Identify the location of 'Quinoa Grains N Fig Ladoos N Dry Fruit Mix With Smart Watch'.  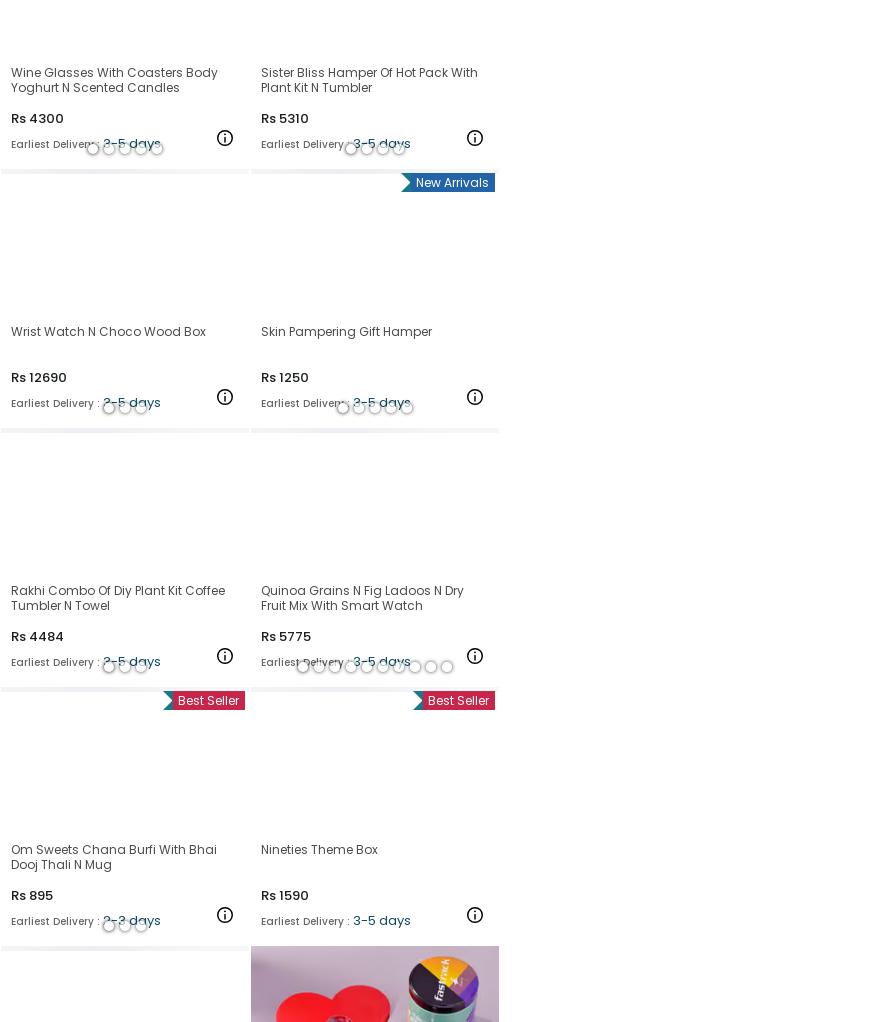
(362, 596).